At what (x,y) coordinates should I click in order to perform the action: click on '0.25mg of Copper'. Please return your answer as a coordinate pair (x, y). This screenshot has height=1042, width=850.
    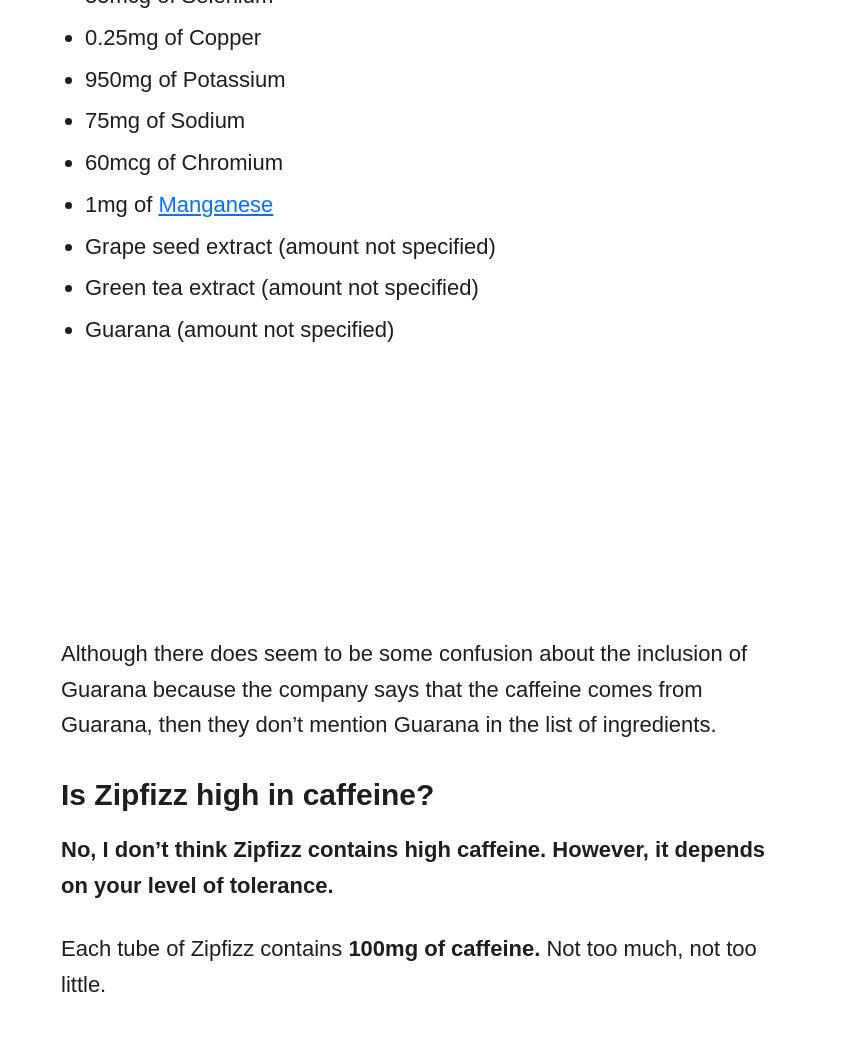
    Looking at the image, I should click on (171, 35).